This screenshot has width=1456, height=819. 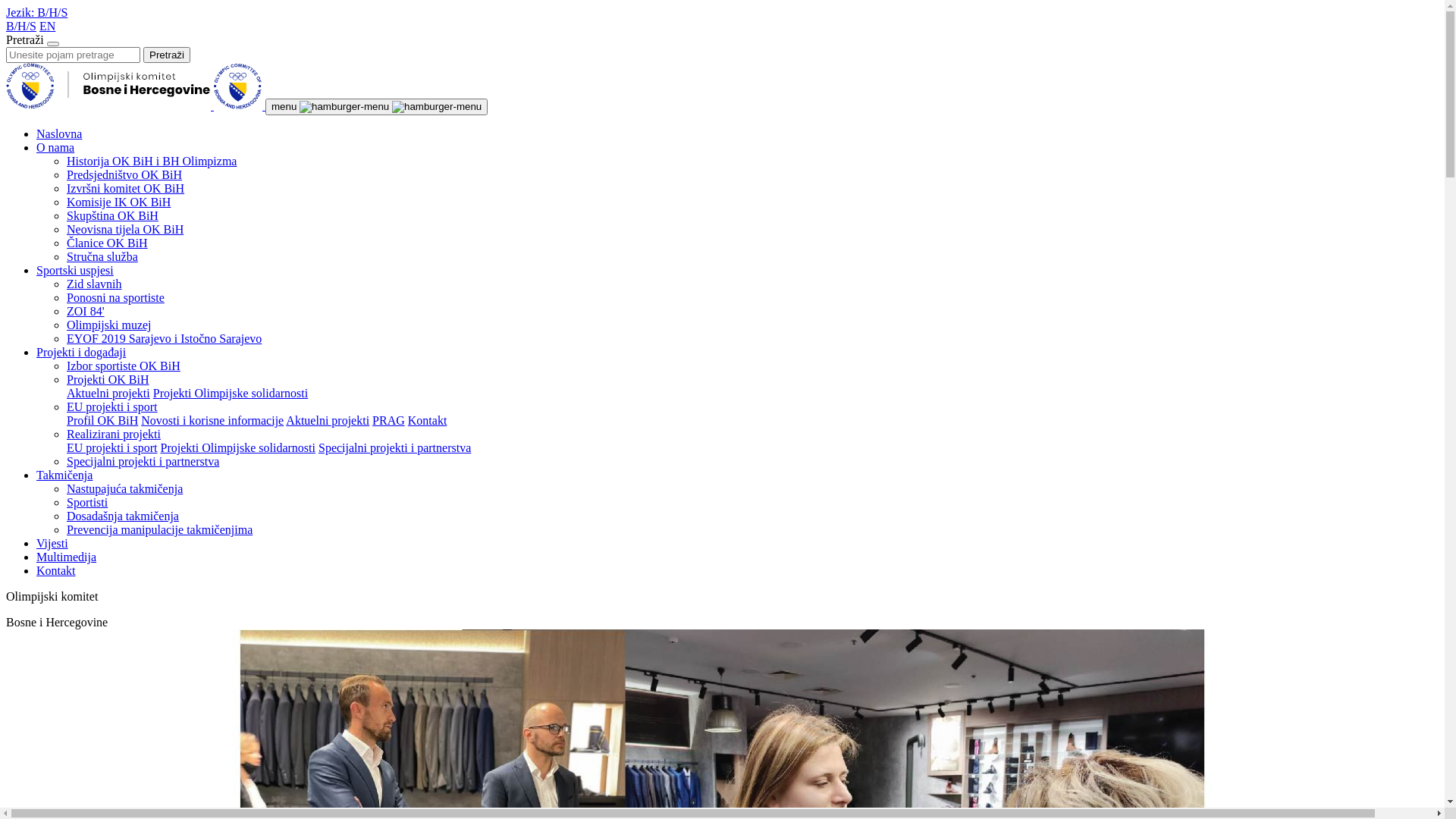 What do you see at coordinates (152, 161) in the screenshot?
I see `'Historija OK BiH i BH Olimpizma'` at bounding box center [152, 161].